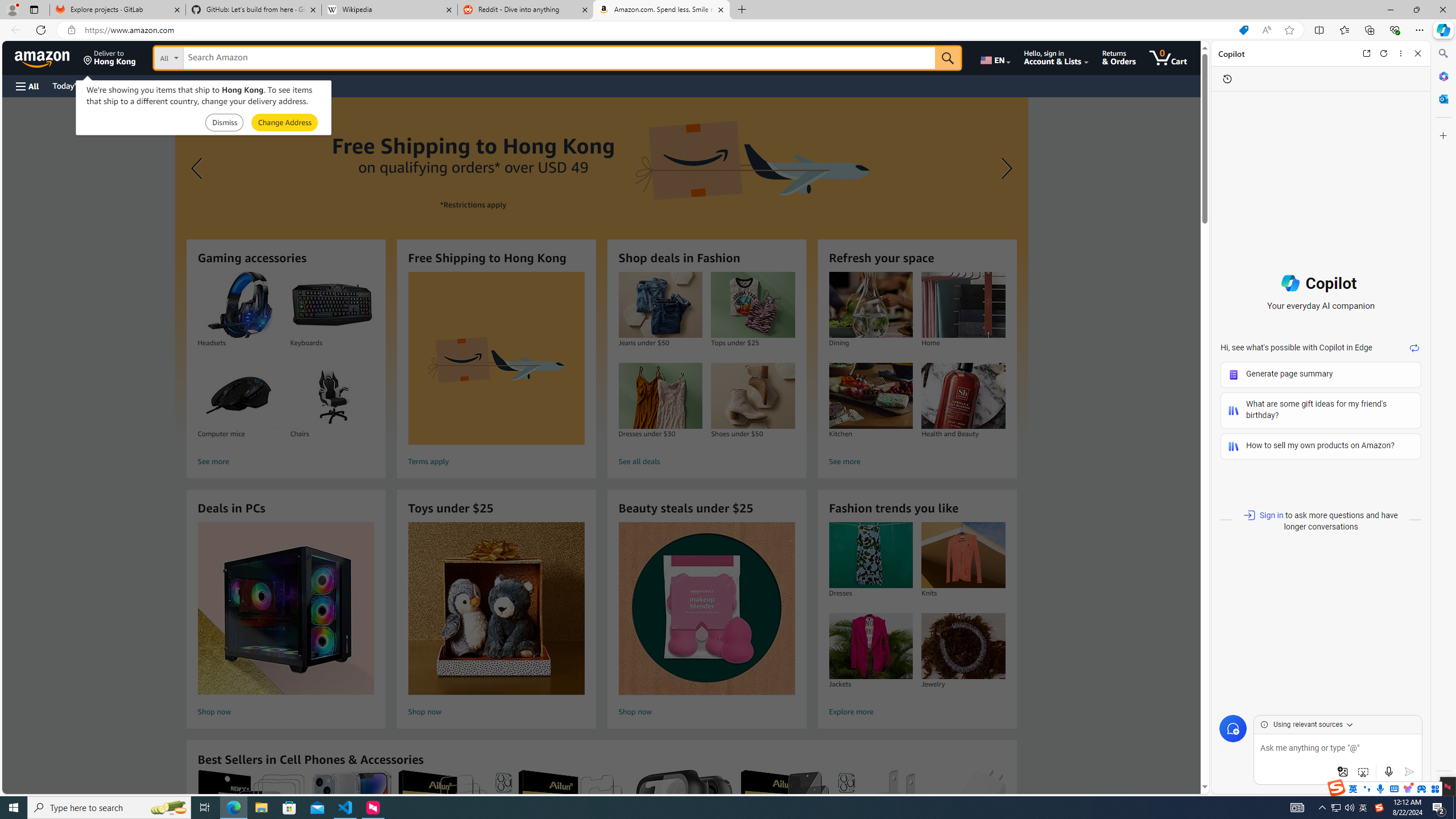 The height and width of the screenshot is (819, 1456). Describe the element at coordinates (963, 646) in the screenshot. I see `'Jewelry'` at that location.